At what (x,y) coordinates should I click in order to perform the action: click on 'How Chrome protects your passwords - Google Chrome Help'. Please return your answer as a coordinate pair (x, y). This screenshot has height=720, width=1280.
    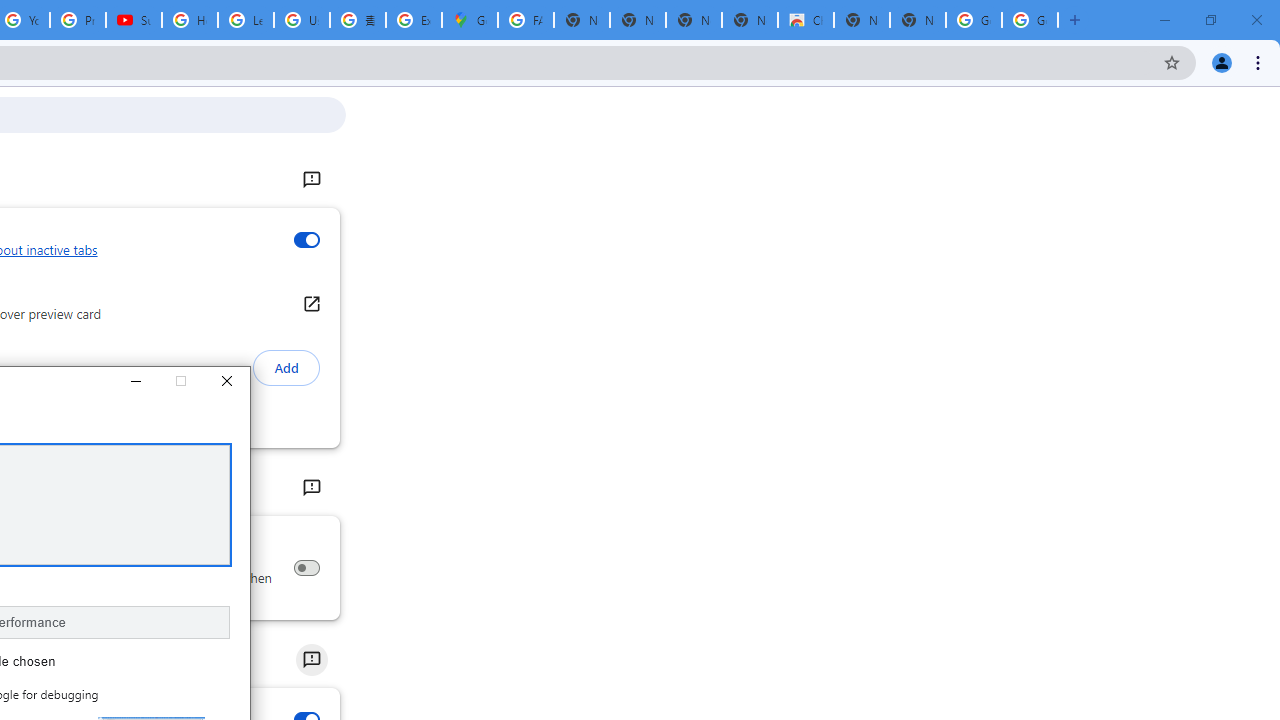
    Looking at the image, I should click on (190, 20).